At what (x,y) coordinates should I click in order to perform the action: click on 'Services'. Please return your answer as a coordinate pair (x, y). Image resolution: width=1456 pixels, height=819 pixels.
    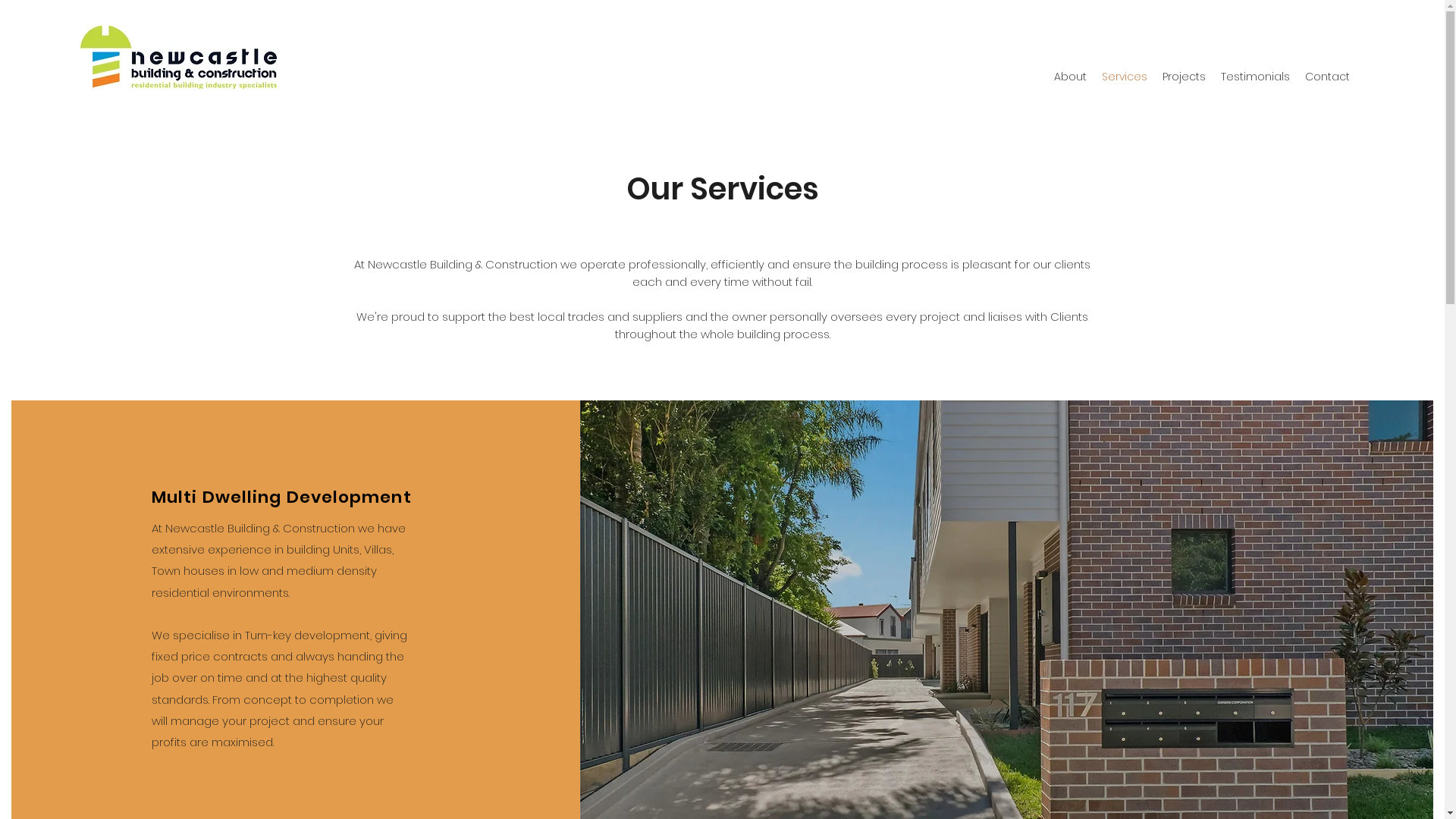
    Looking at the image, I should click on (1125, 77).